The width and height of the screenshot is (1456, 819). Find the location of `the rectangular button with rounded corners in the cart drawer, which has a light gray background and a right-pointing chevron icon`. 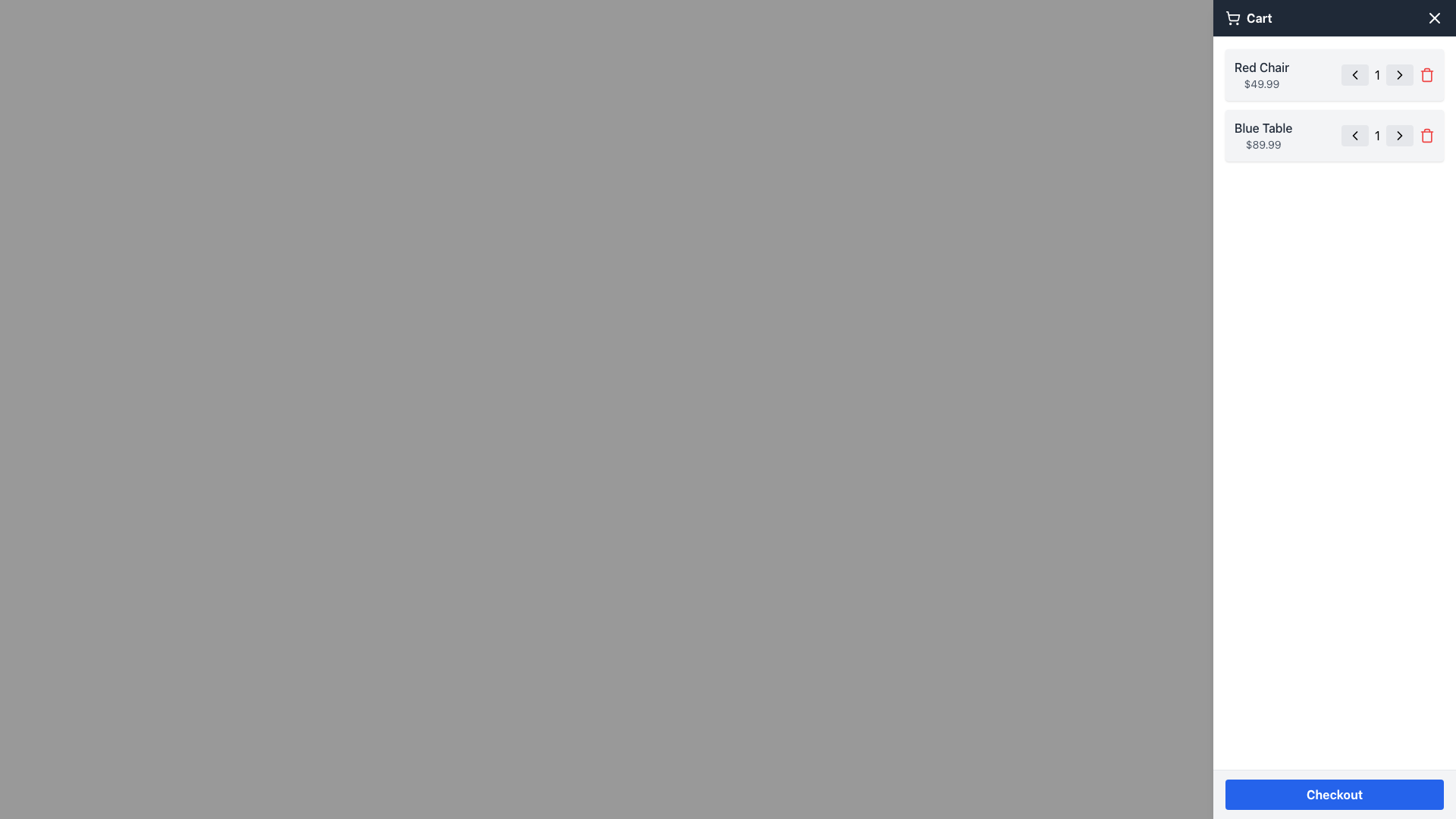

the rectangular button with rounded corners in the cart drawer, which has a light gray background and a right-pointing chevron icon is located at coordinates (1399, 75).